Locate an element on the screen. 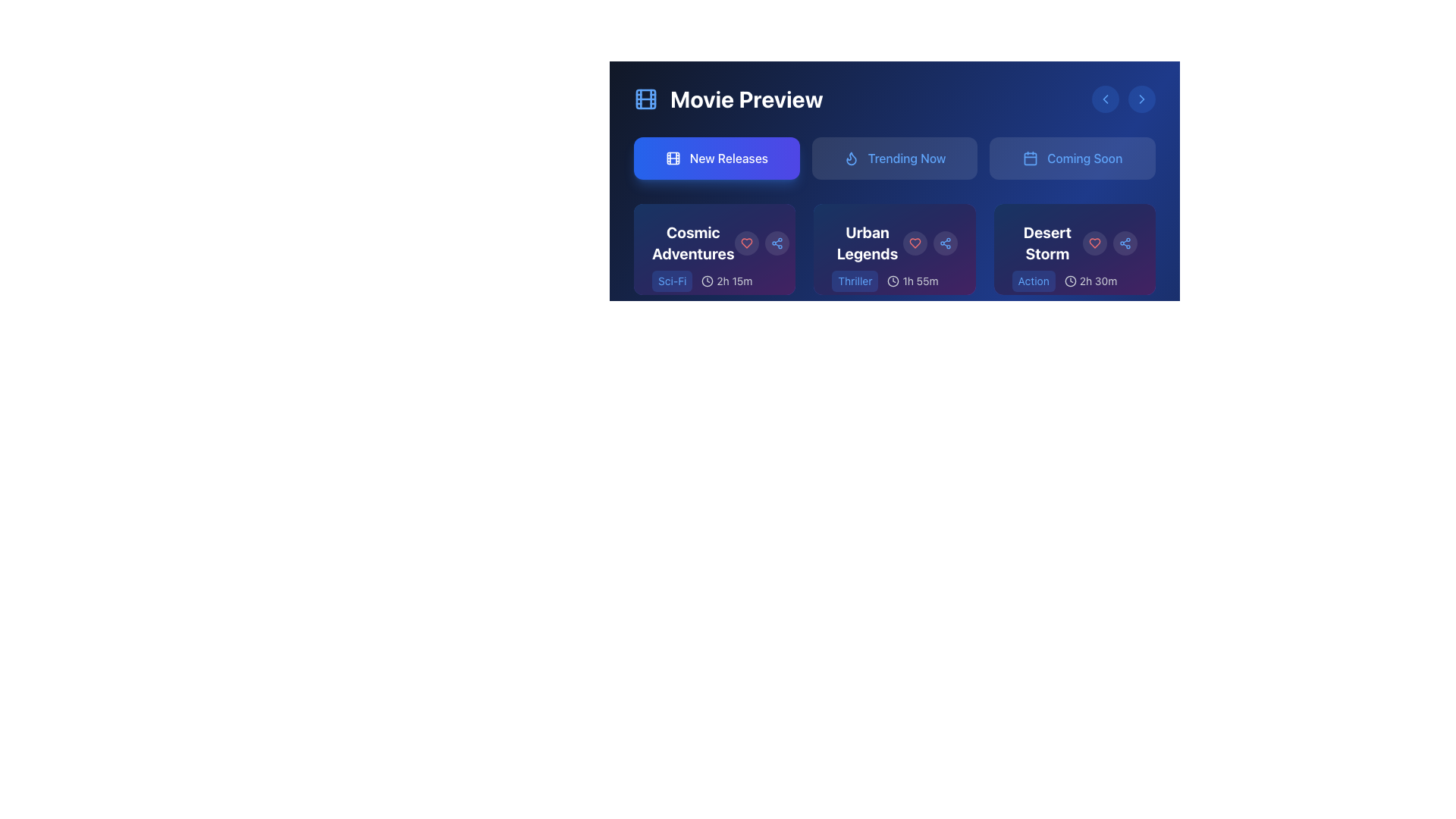  the decorative icon located to the far left of the 'Movie Preview' header section is located at coordinates (645, 99).